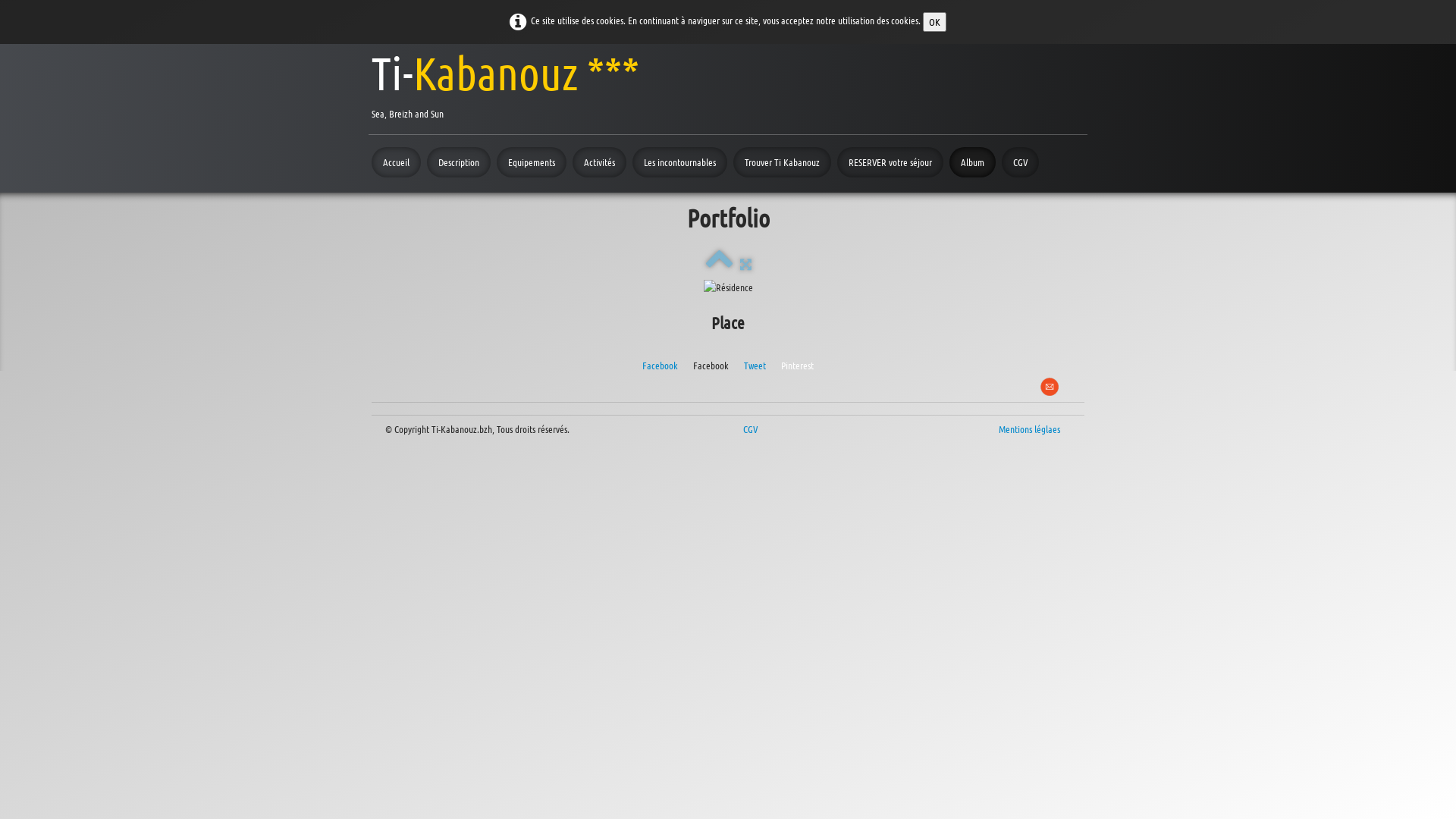 The height and width of the screenshot is (819, 1456). What do you see at coordinates (425, 162) in the screenshot?
I see `'Description'` at bounding box center [425, 162].